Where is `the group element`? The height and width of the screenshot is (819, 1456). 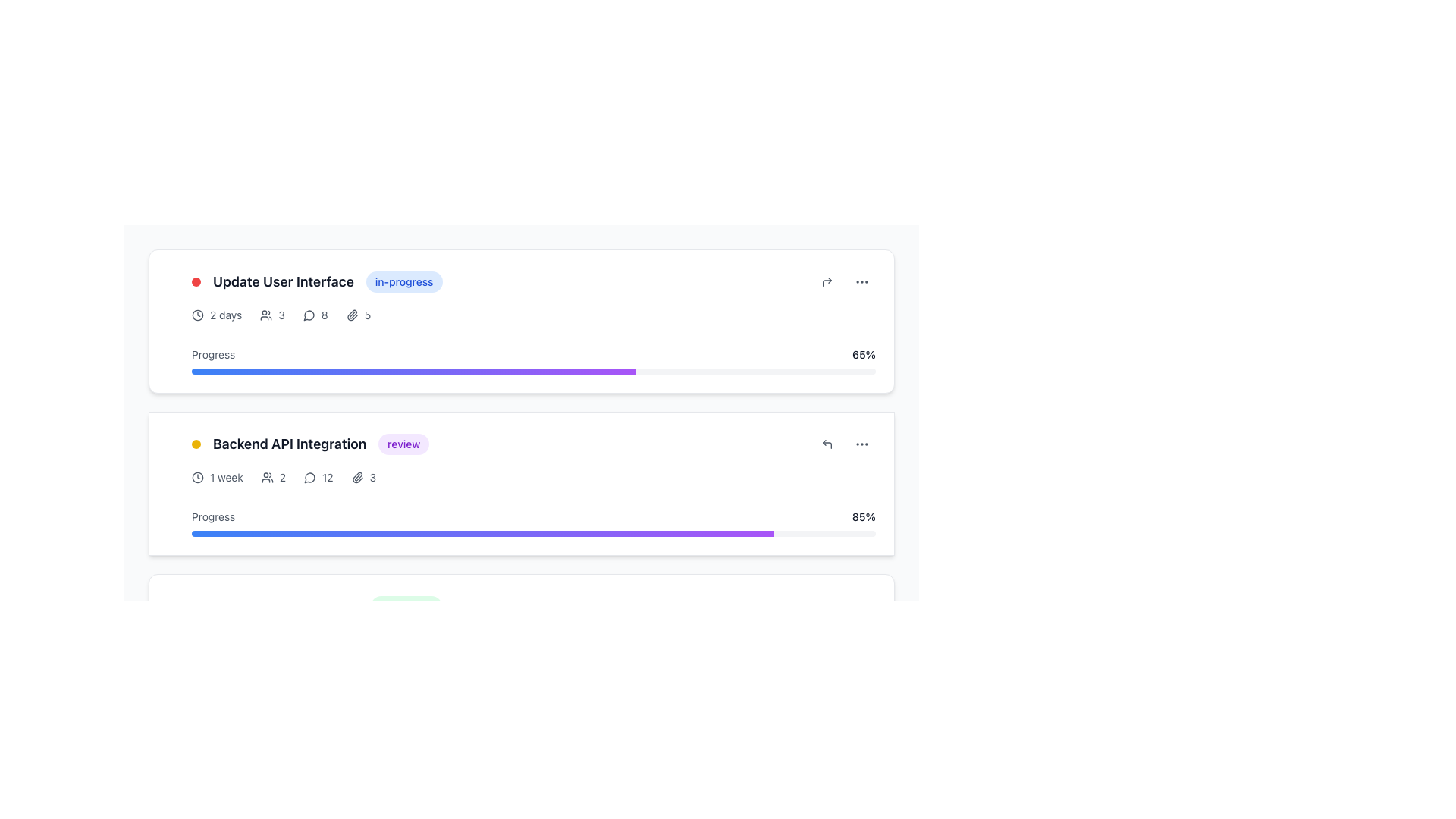 the group element is located at coordinates (309, 444).